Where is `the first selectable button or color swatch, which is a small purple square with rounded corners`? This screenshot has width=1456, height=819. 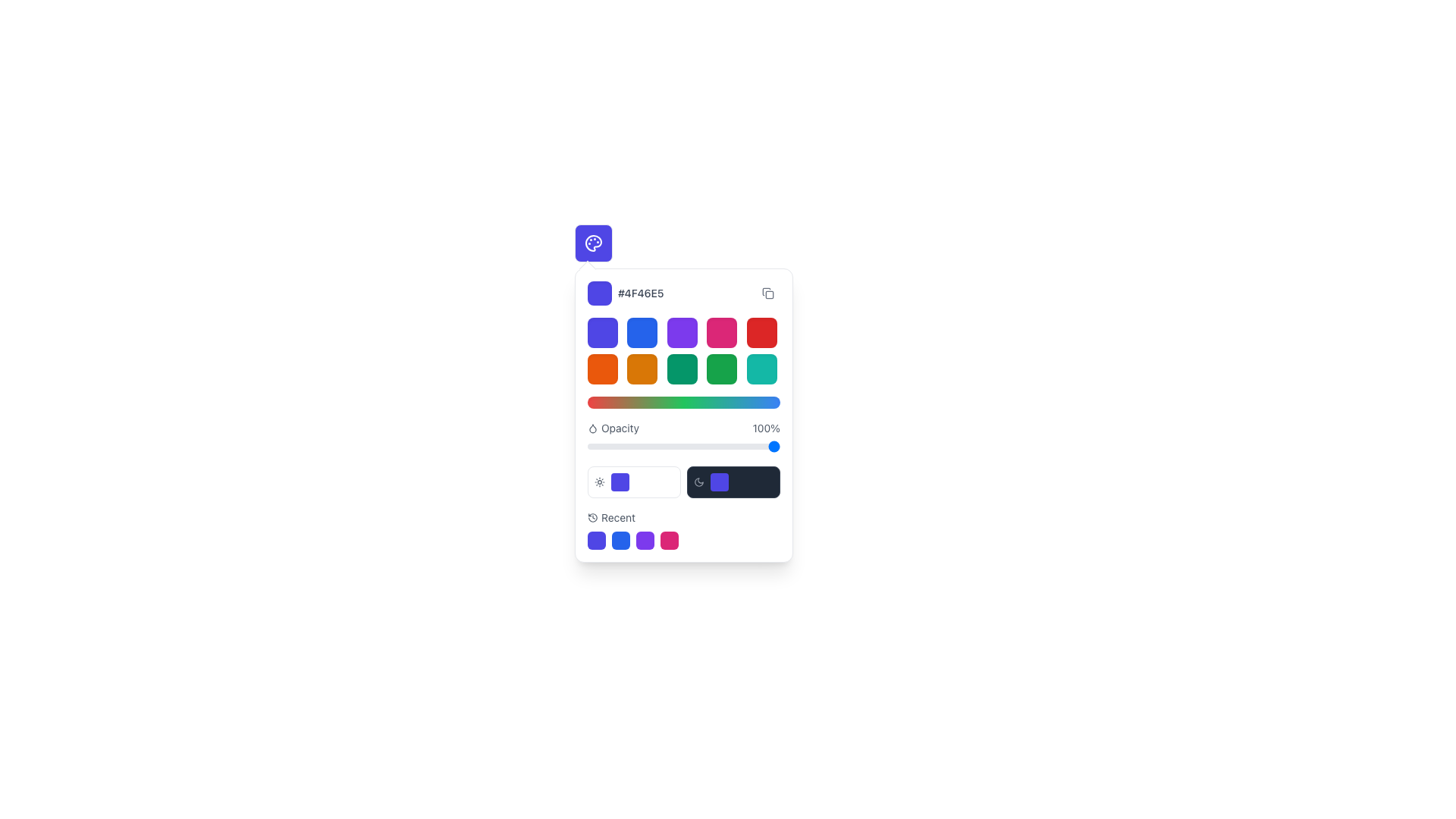 the first selectable button or color swatch, which is a small purple square with rounded corners is located at coordinates (596, 540).